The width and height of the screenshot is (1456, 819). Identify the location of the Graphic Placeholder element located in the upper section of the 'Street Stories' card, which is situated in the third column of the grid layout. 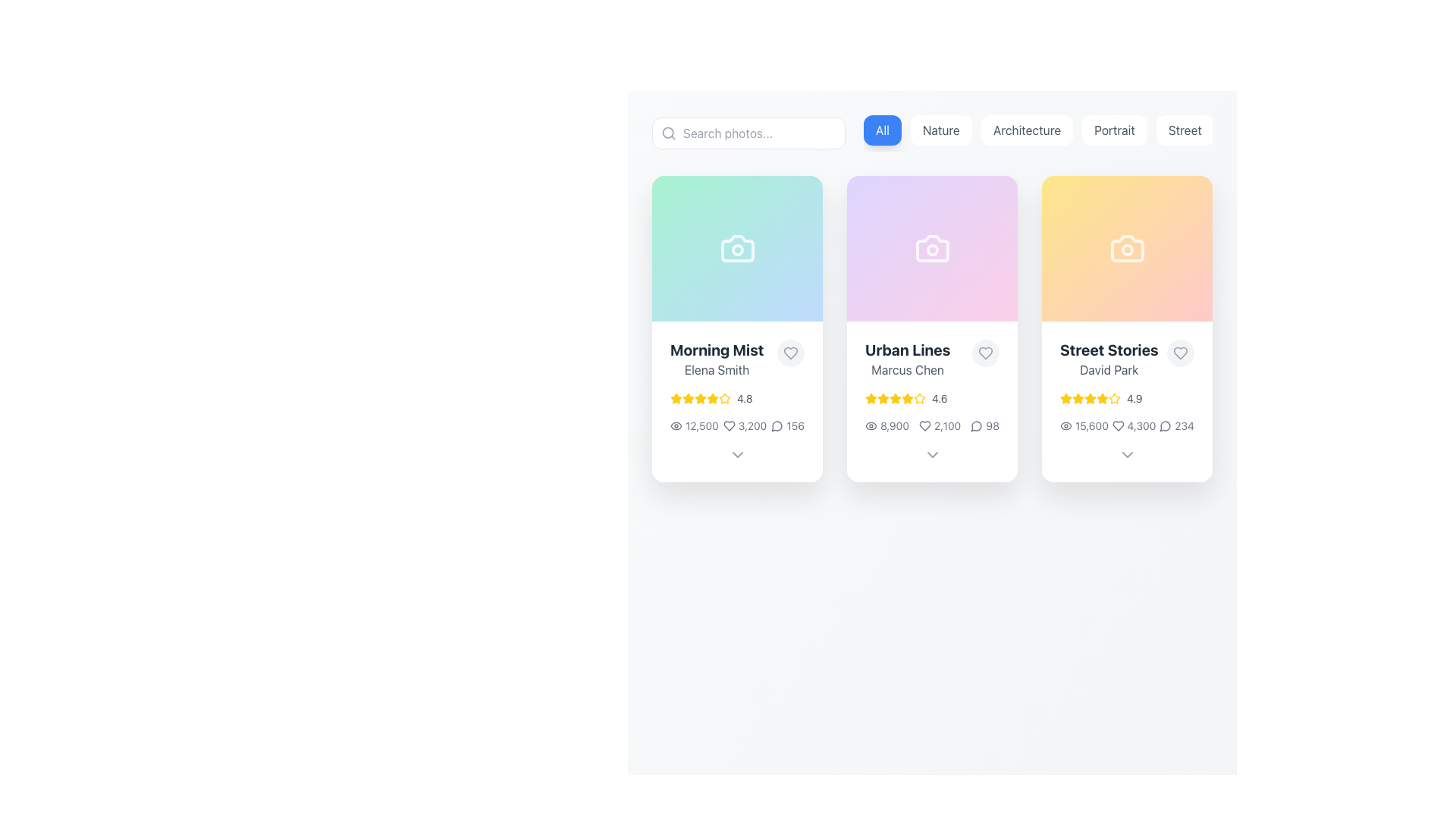
(1127, 247).